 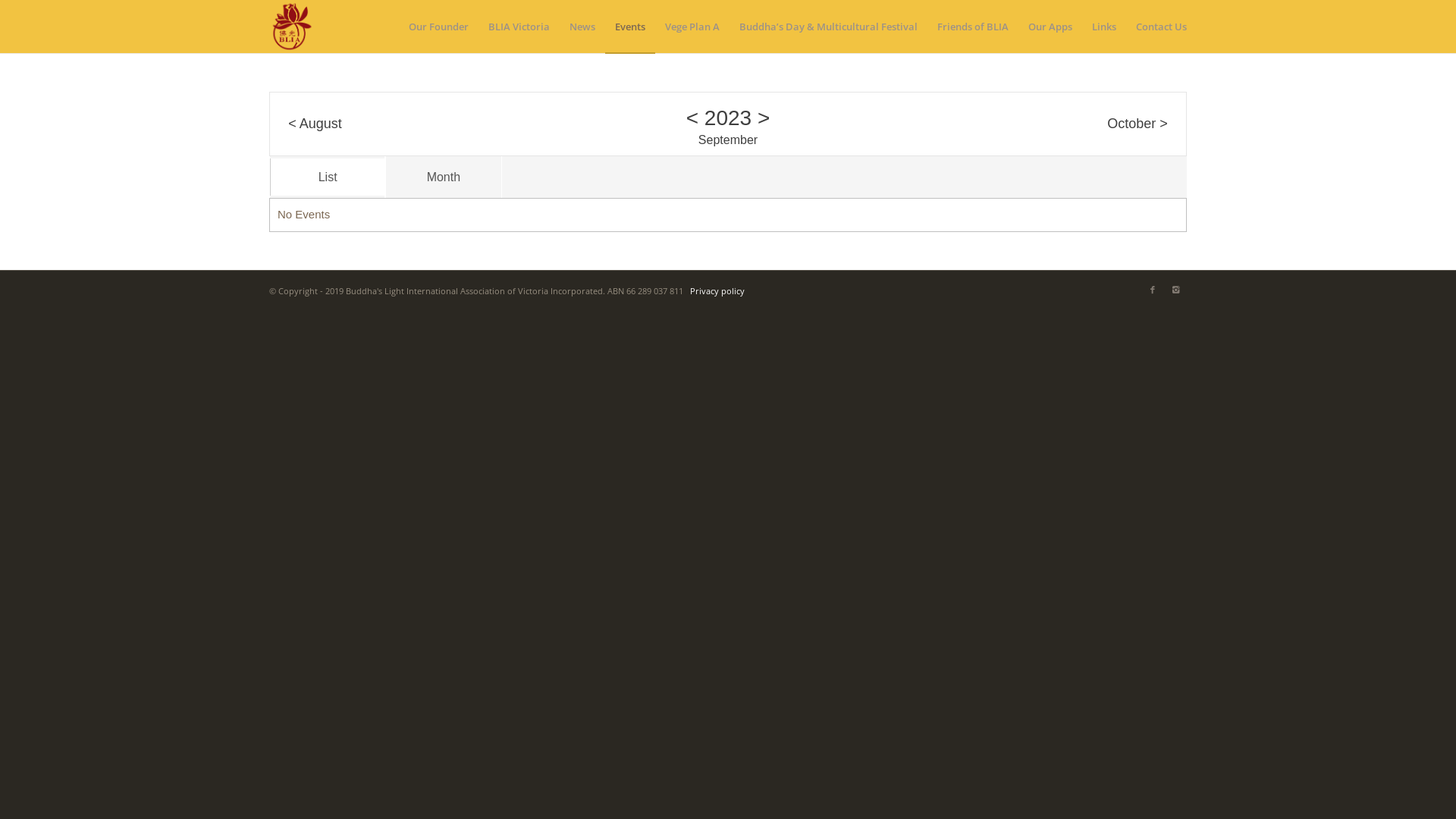 What do you see at coordinates (1050, 26) in the screenshot?
I see `'Our Apps'` at bounding box center [1050, 26].